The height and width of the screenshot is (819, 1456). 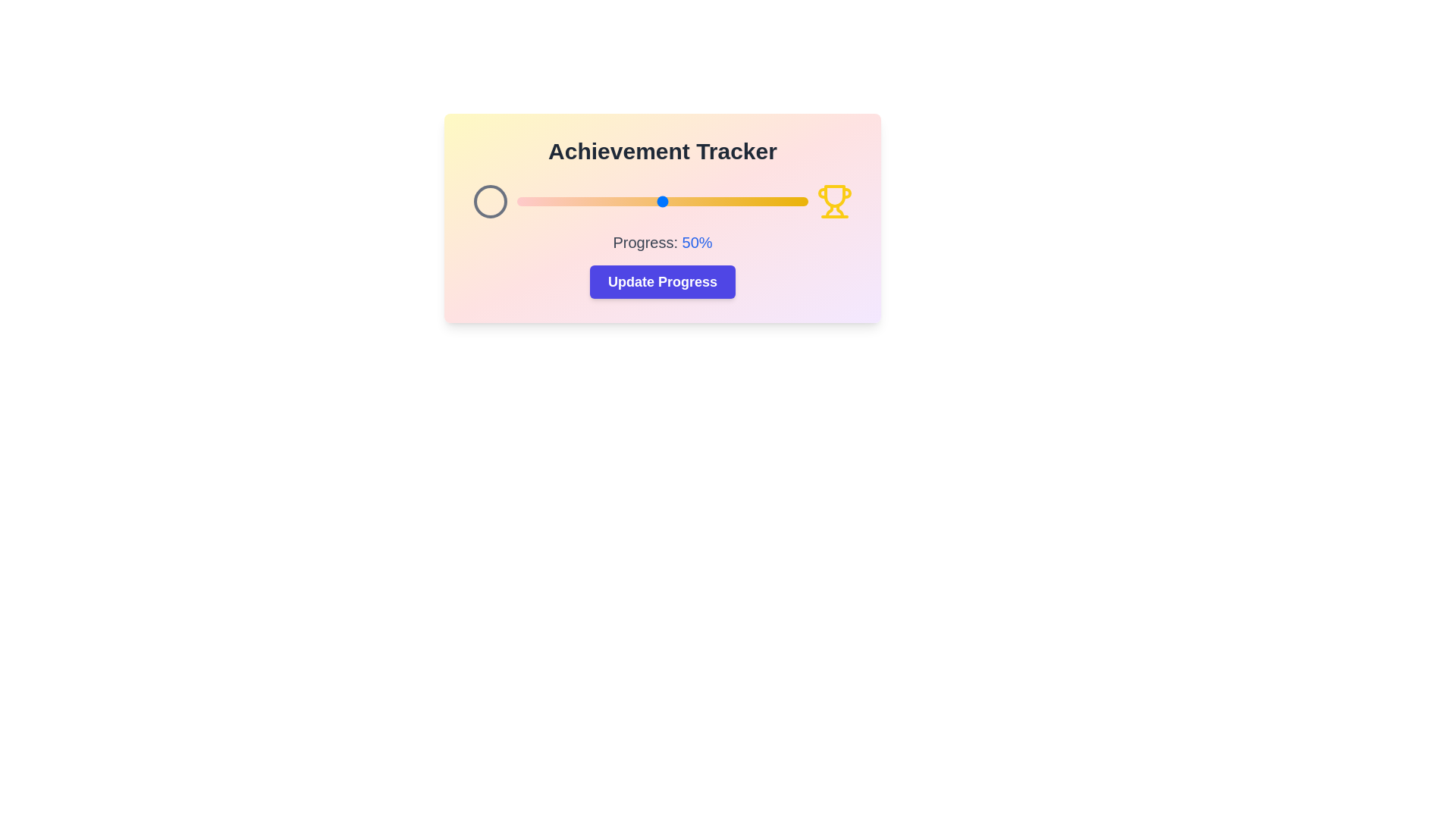 I want to click on the slider to set the progress to 16%, so click(x=563, y=201).